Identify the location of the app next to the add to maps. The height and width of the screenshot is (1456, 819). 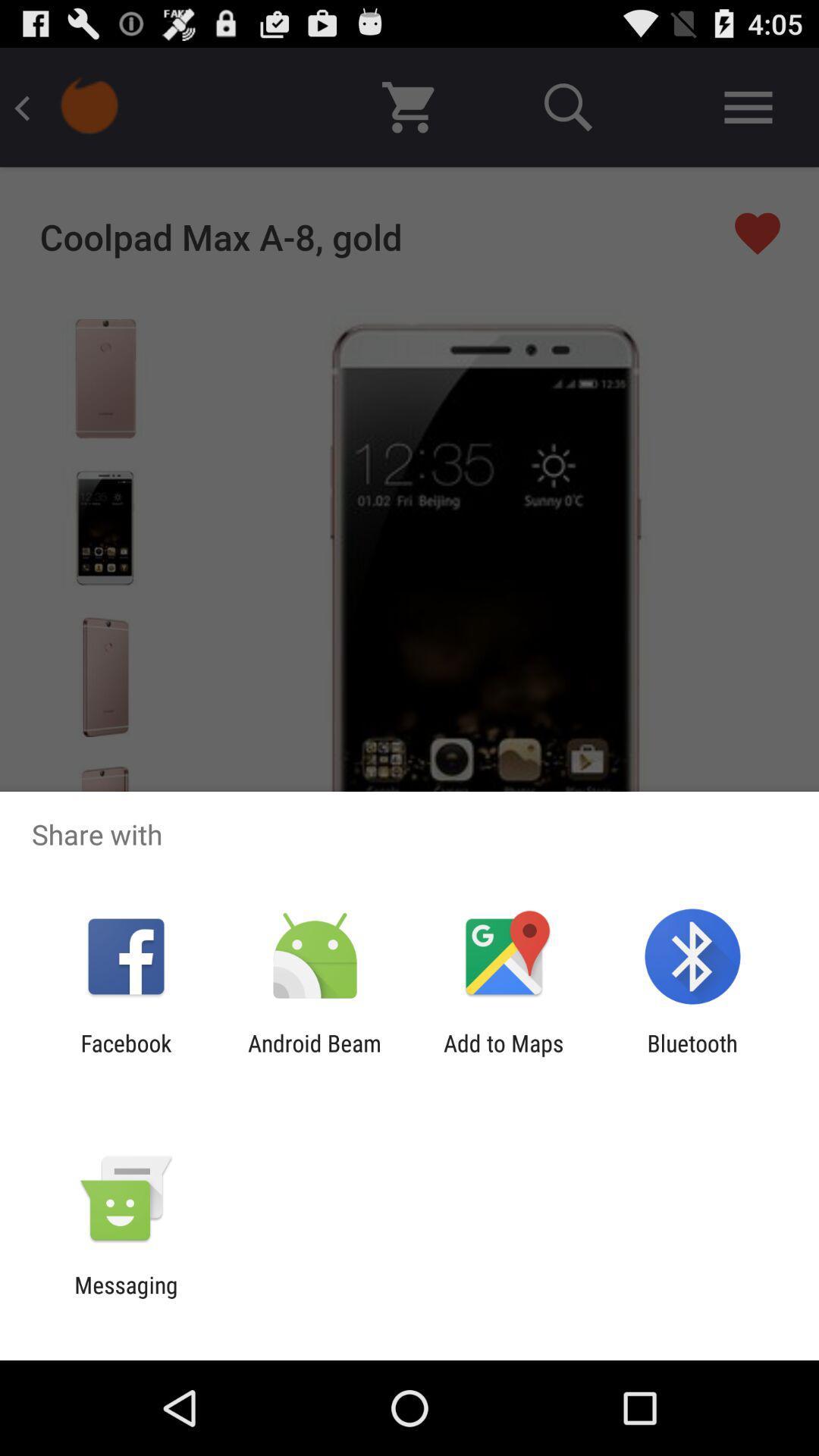
(692, 1056).